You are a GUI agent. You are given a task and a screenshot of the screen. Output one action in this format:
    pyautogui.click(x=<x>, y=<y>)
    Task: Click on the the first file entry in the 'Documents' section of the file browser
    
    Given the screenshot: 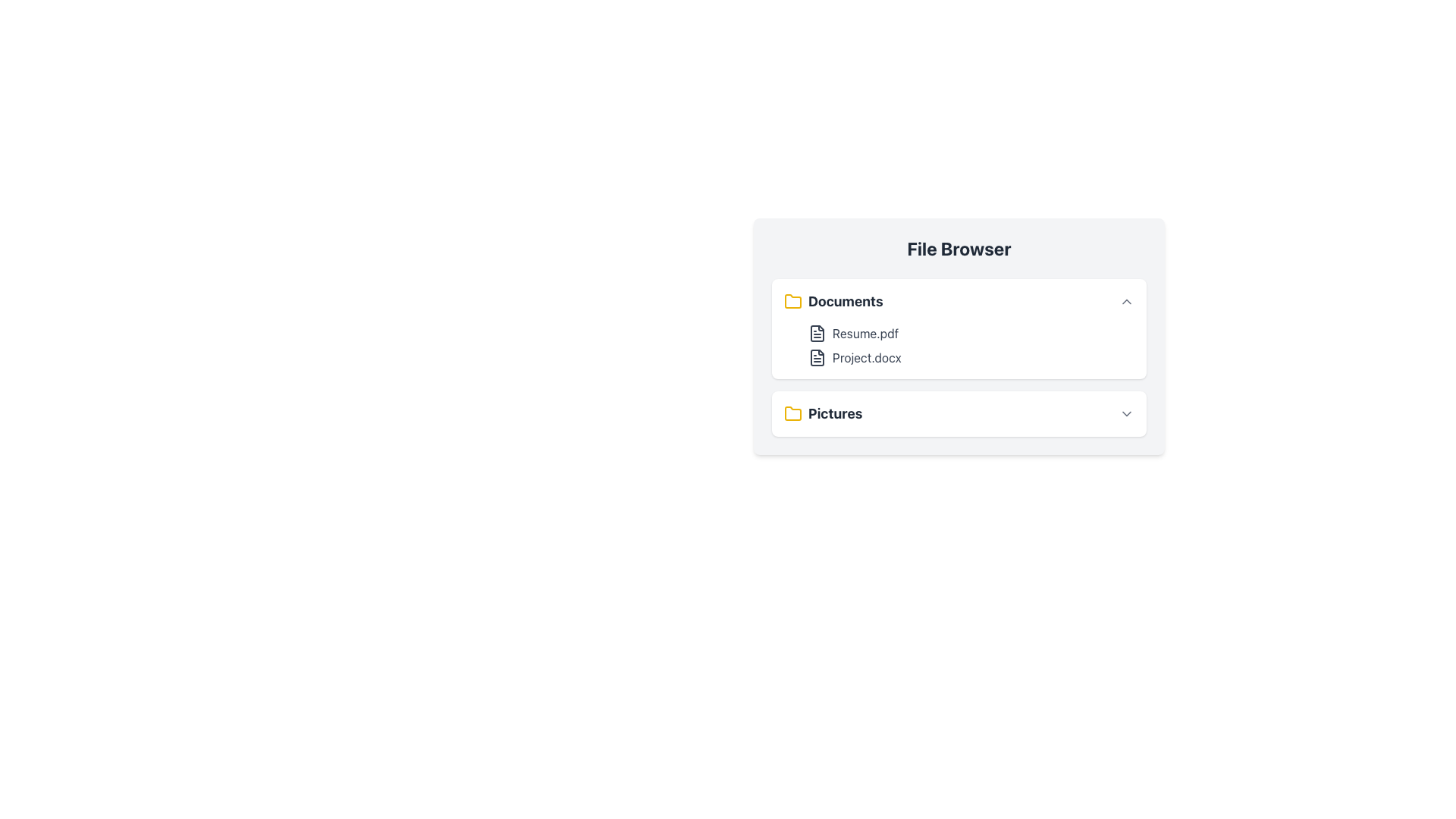 What is the action you would take?
    pyautogui.click(x=971, y=332)
    